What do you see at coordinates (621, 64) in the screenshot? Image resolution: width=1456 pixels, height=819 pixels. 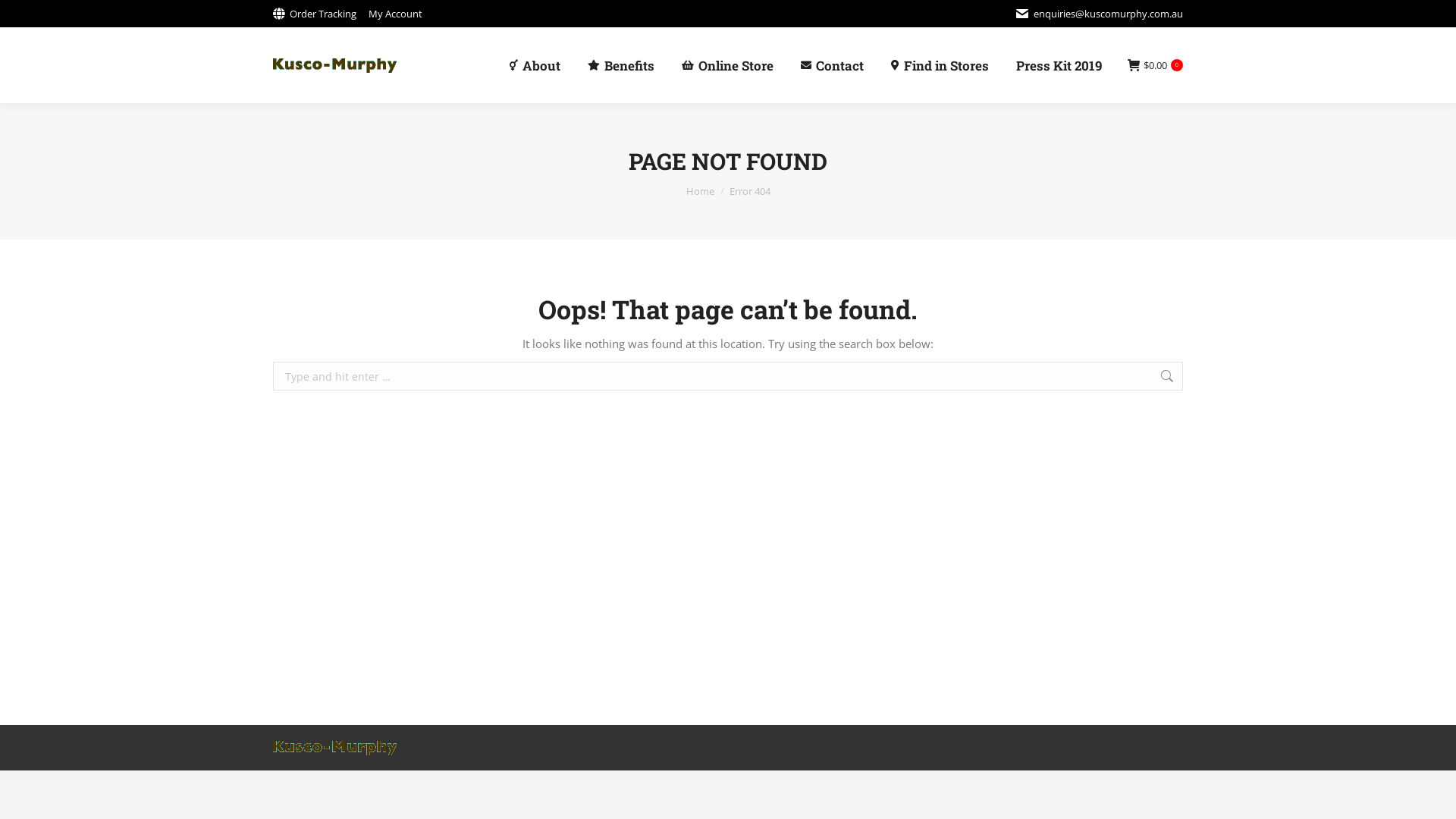 I see `'Benefits'` at bounding box center [621, 64].